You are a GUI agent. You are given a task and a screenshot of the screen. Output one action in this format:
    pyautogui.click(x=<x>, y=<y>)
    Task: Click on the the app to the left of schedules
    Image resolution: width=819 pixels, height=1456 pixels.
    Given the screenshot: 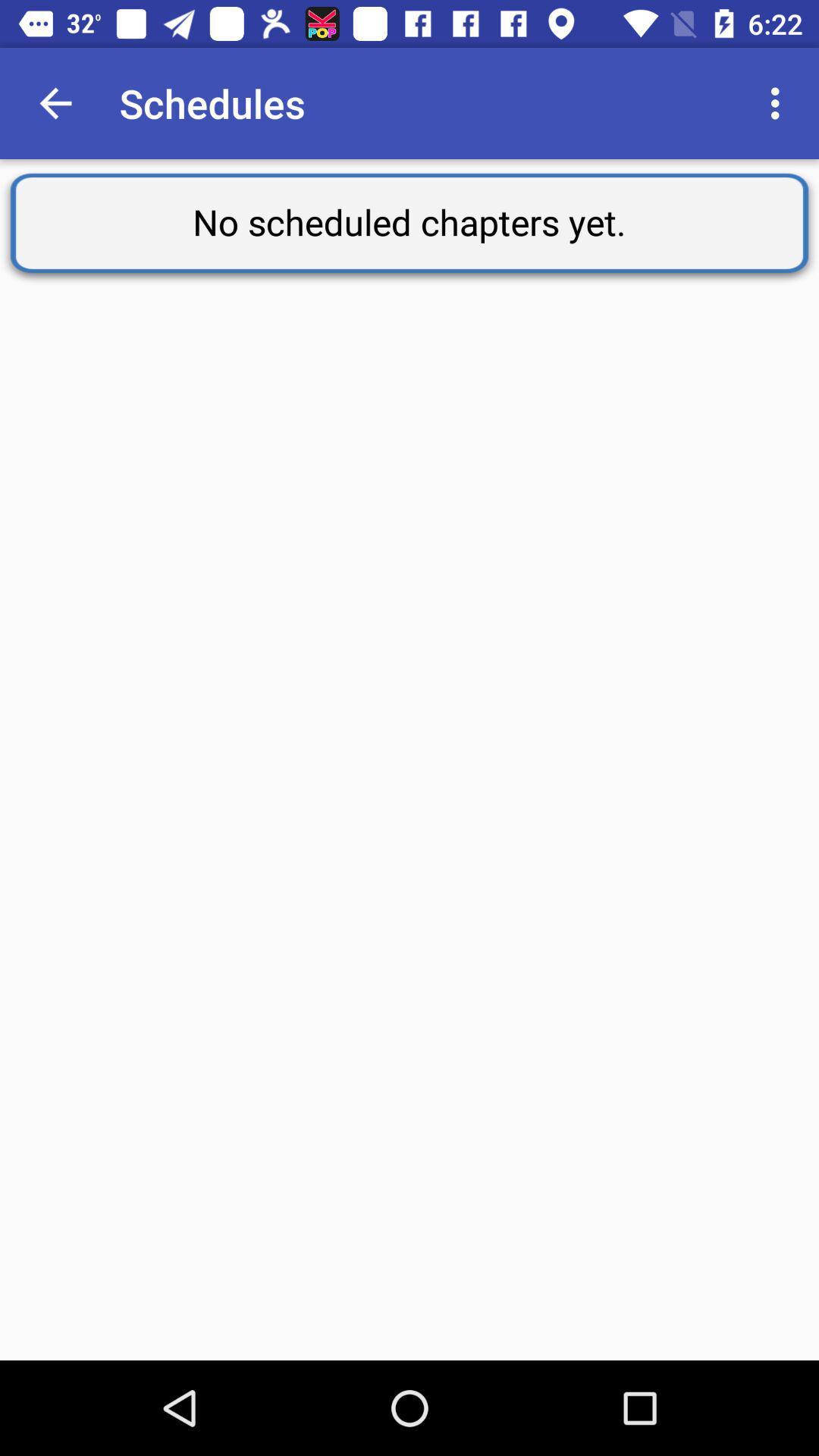 What is the action you would take?
    pyautogui.click(x=55, y=102)
    